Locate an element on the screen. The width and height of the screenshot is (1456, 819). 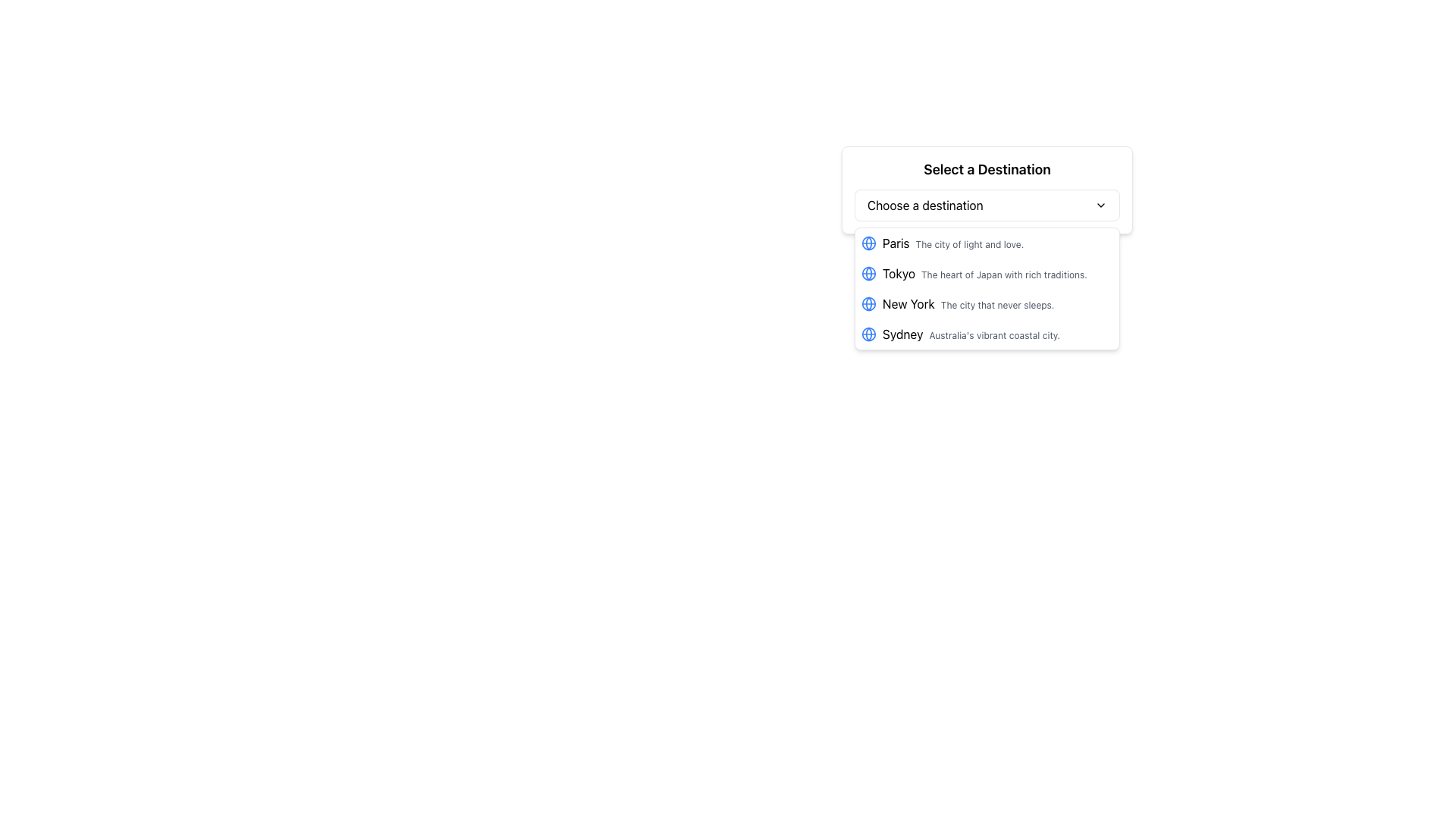
the first selectable list item below the 'Select a Destination' dropdown menu is located at coordinates (987, 242).